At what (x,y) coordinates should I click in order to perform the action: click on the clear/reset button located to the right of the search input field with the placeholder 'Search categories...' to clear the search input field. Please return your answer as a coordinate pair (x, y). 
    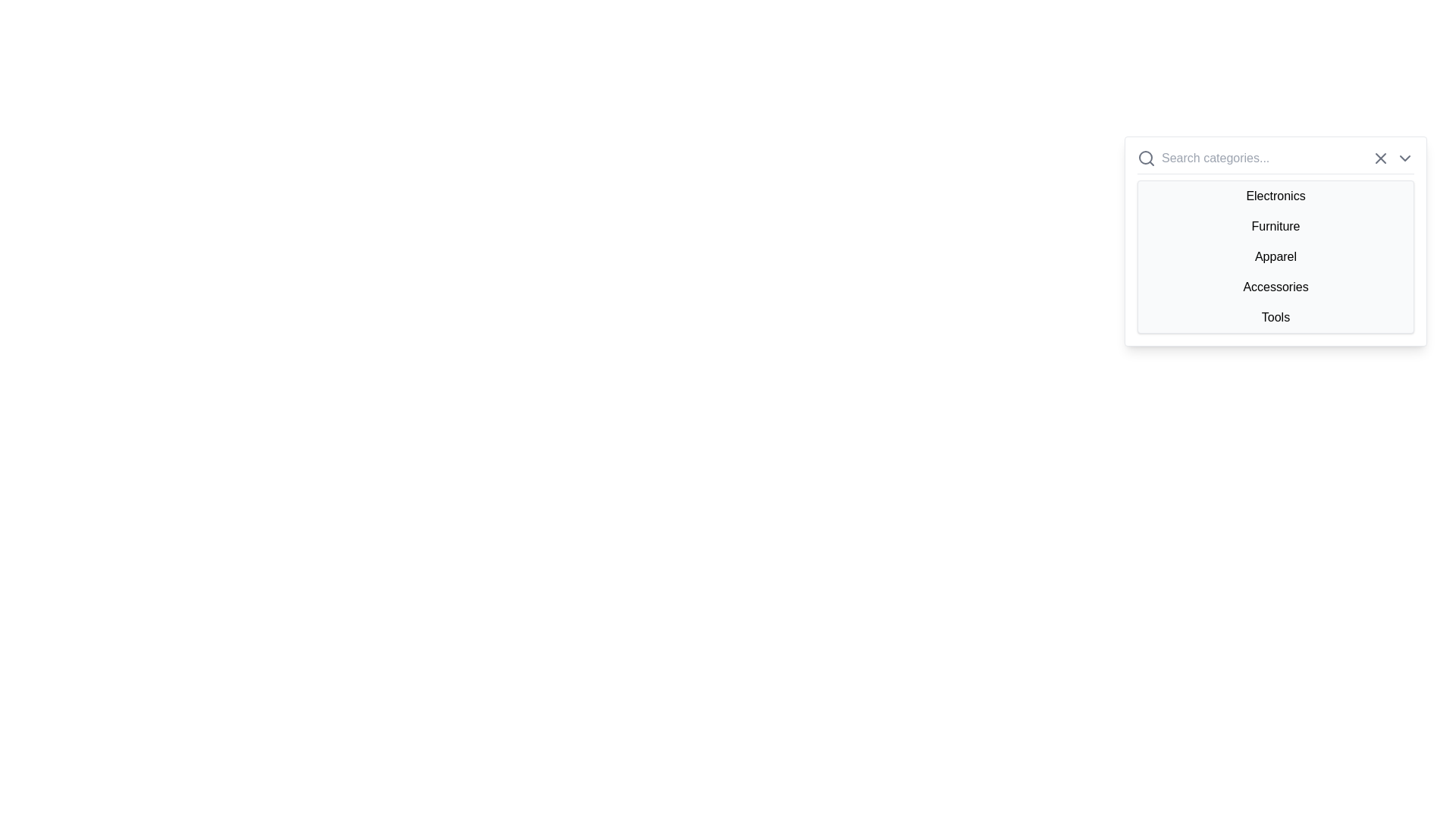
    Looking at the image, I should click on (1380, 158).